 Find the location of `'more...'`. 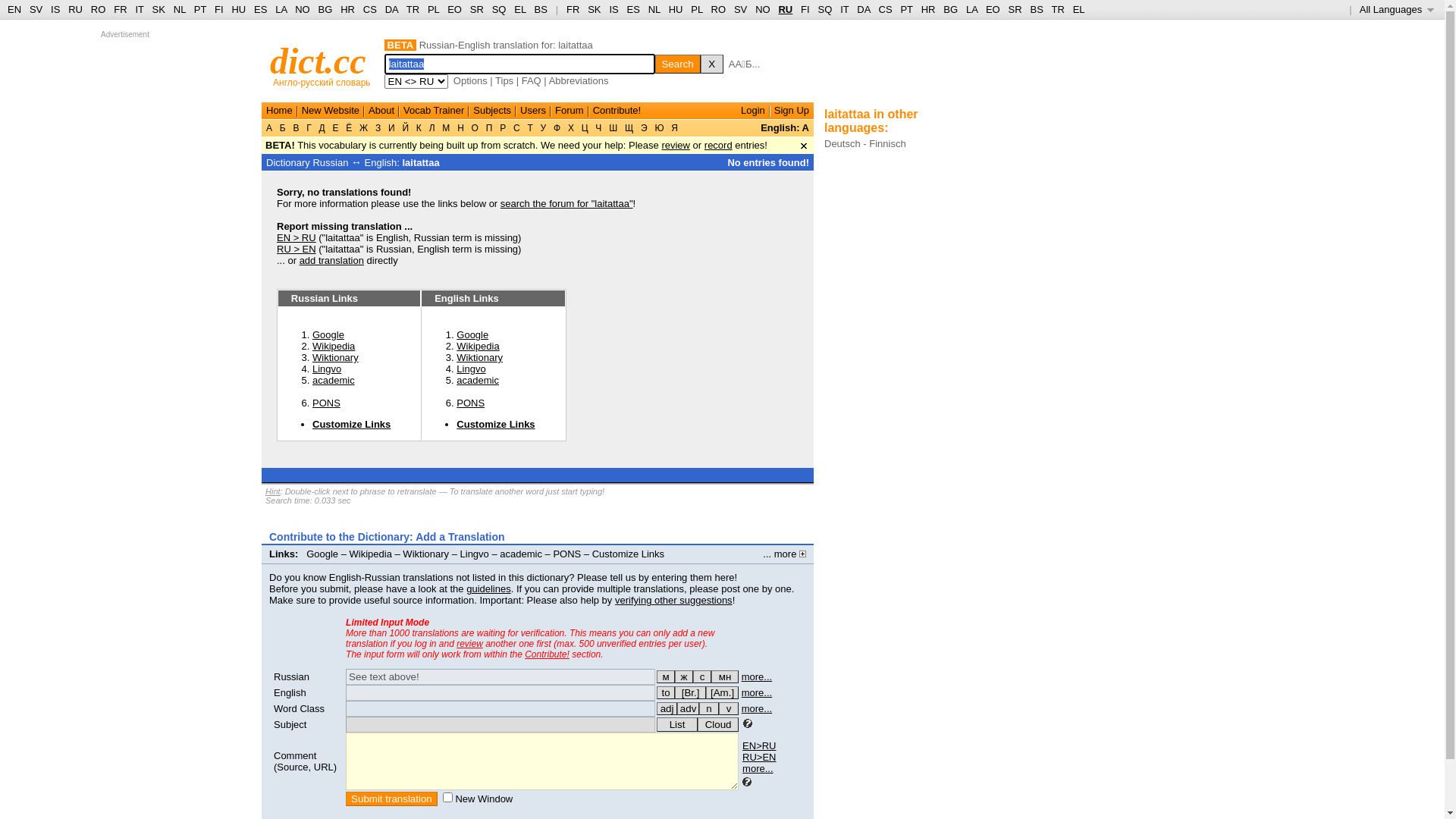

'more...' is located at coordinates (757, 692).